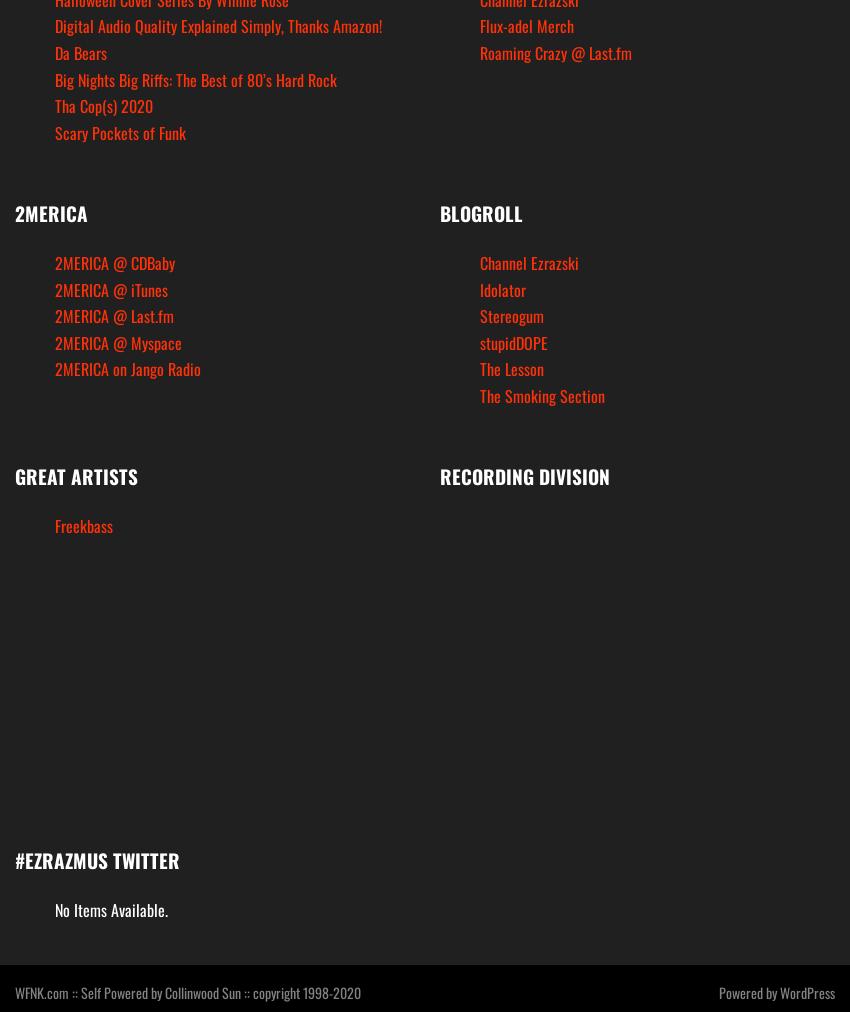  What do you see at coordinates (113, 315) in the screenshot?
I see `'2MERICA @ Last.fm'` at bounding box center [113, 315].